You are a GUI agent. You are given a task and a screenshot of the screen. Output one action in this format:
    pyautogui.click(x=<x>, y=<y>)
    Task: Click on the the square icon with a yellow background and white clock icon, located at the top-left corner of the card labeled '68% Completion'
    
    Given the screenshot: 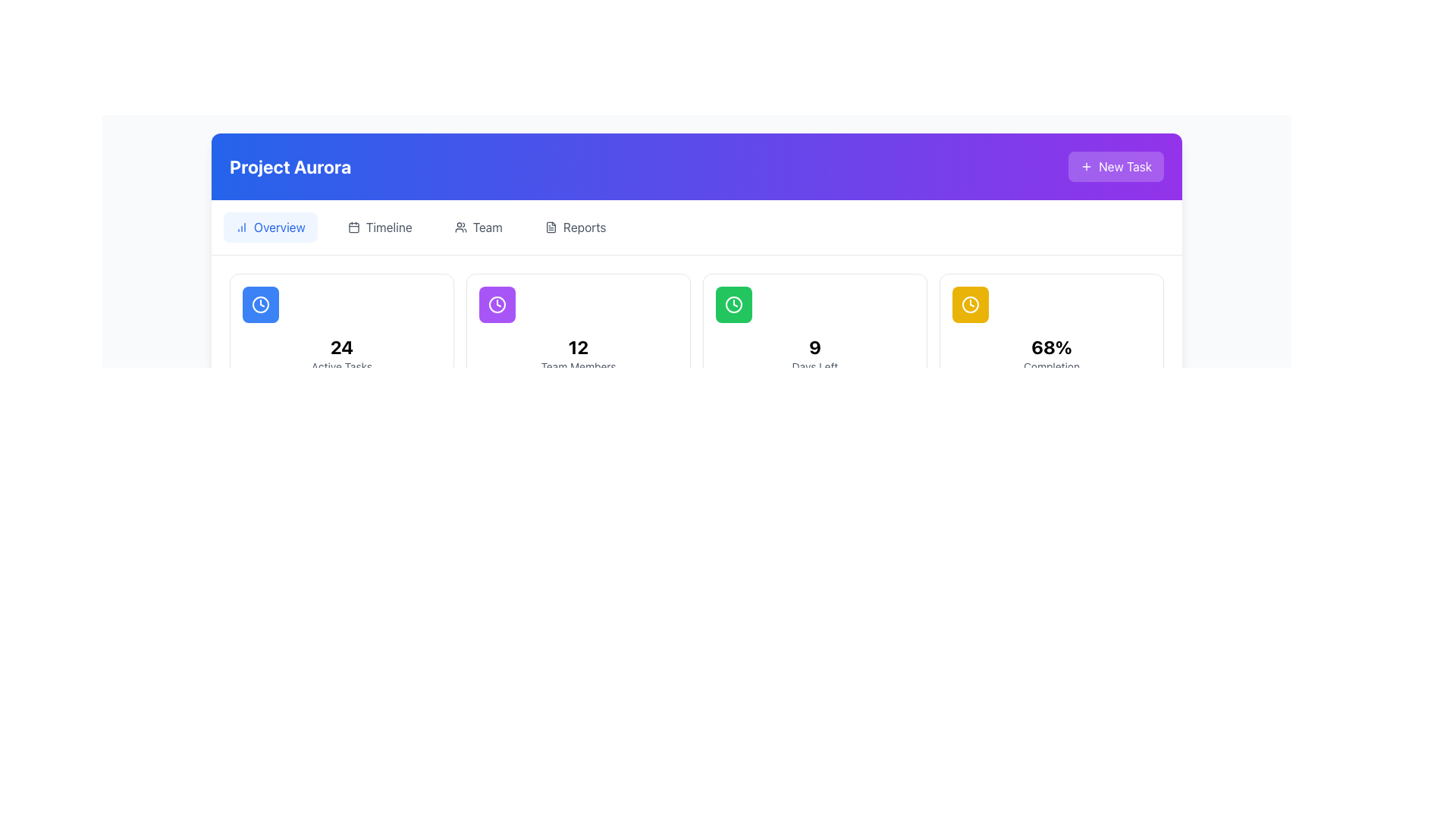 What is the action you would take?
    pyautogui.click(x=971, y=304)
    